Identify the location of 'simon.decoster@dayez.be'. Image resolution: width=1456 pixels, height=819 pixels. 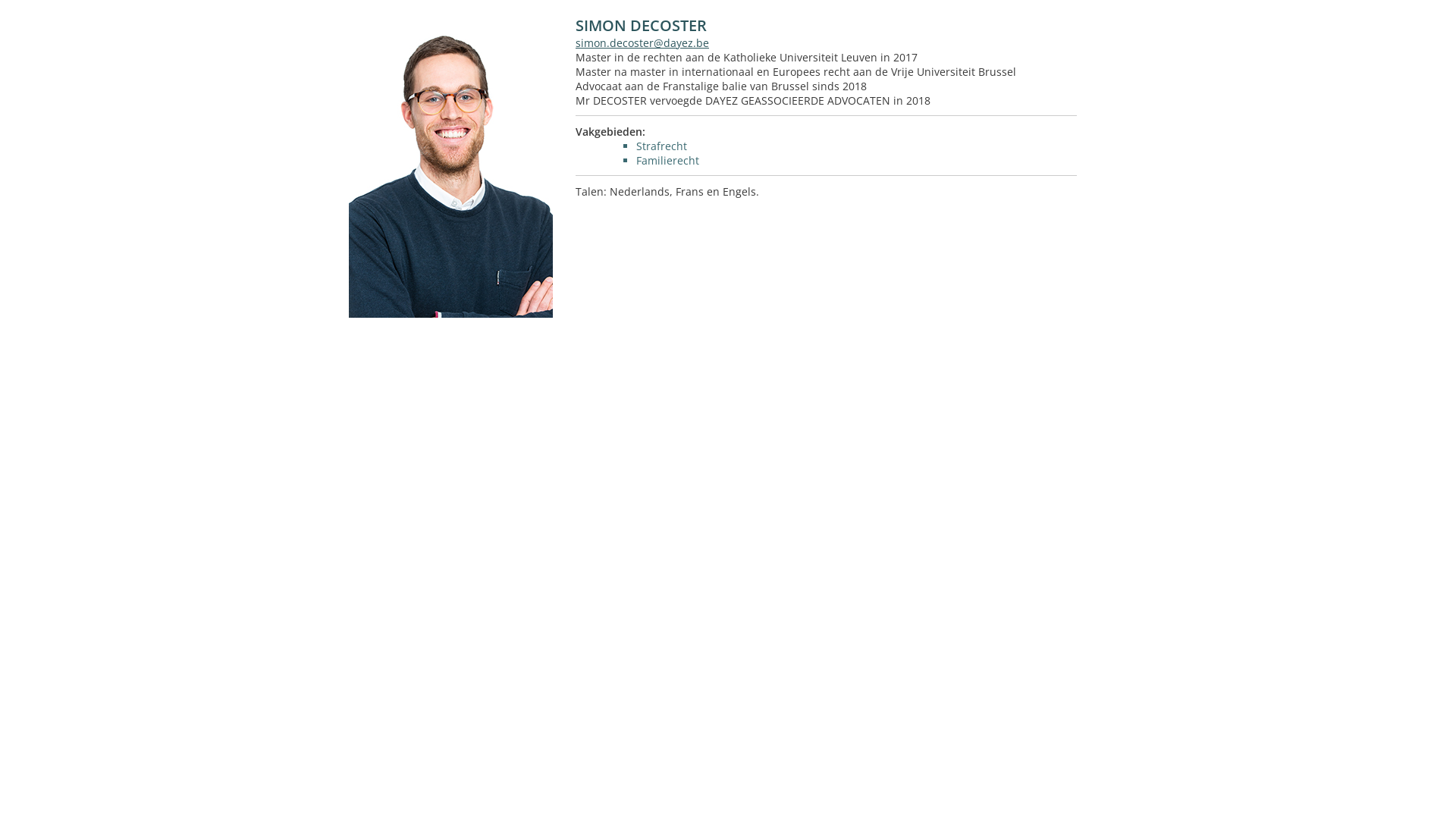
(642, 42).